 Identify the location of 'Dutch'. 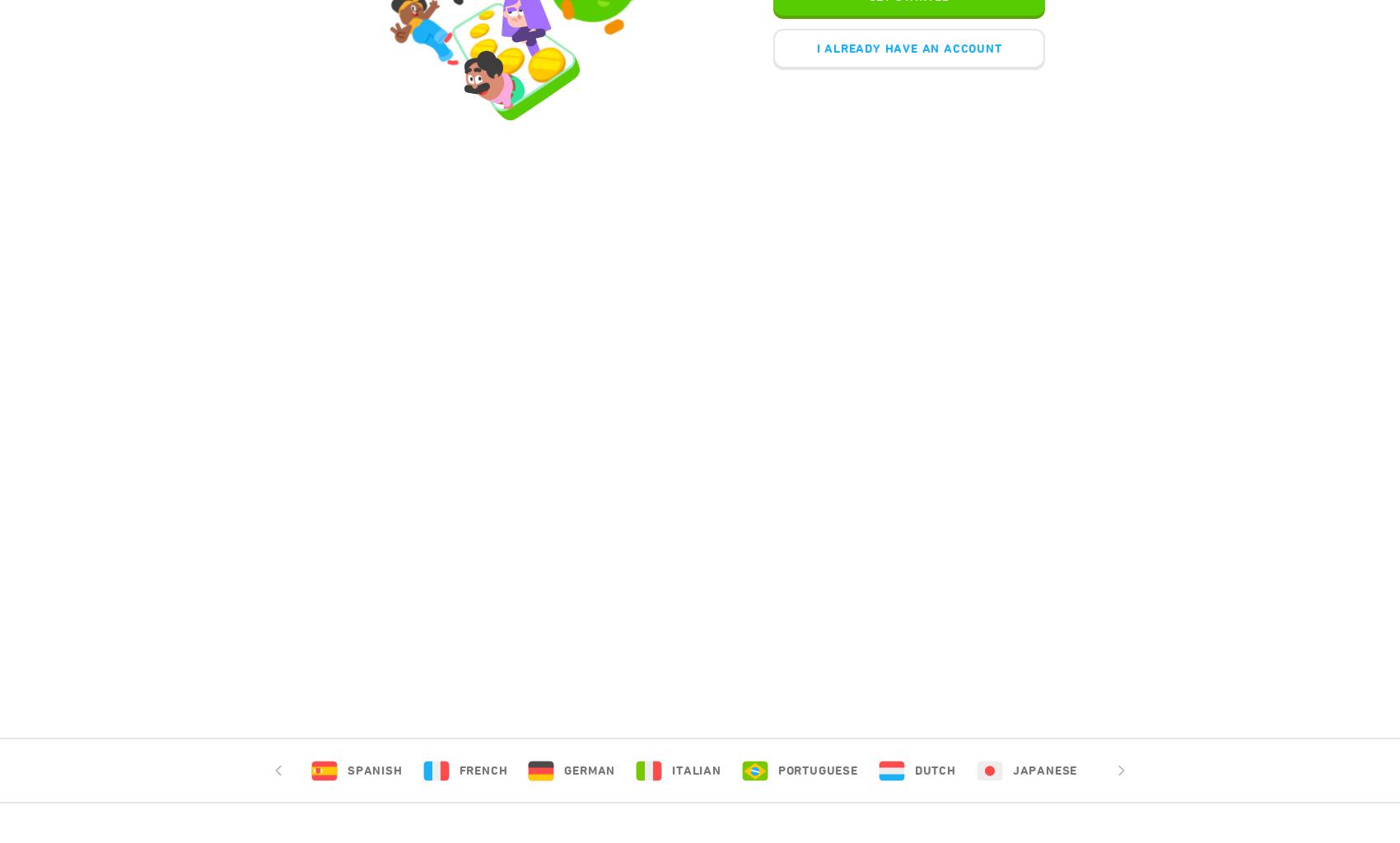
(934, 770).